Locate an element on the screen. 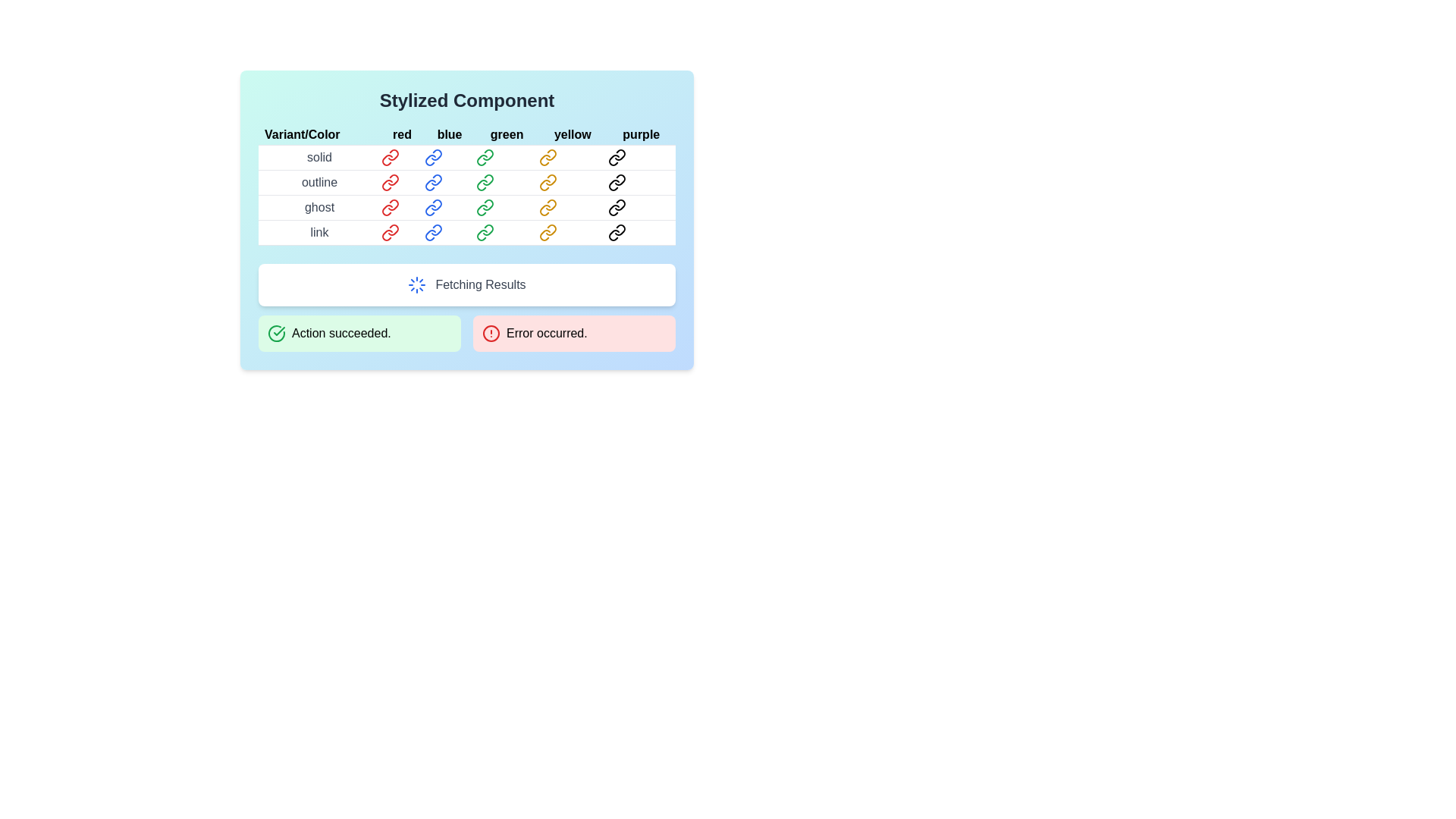 This screenshot has height=819, width=1456. the text label displaying 'green' in lowercase, which is part of a horizontal sequence of color variants with a light blue background and black font is located at coordinates (507, 134).